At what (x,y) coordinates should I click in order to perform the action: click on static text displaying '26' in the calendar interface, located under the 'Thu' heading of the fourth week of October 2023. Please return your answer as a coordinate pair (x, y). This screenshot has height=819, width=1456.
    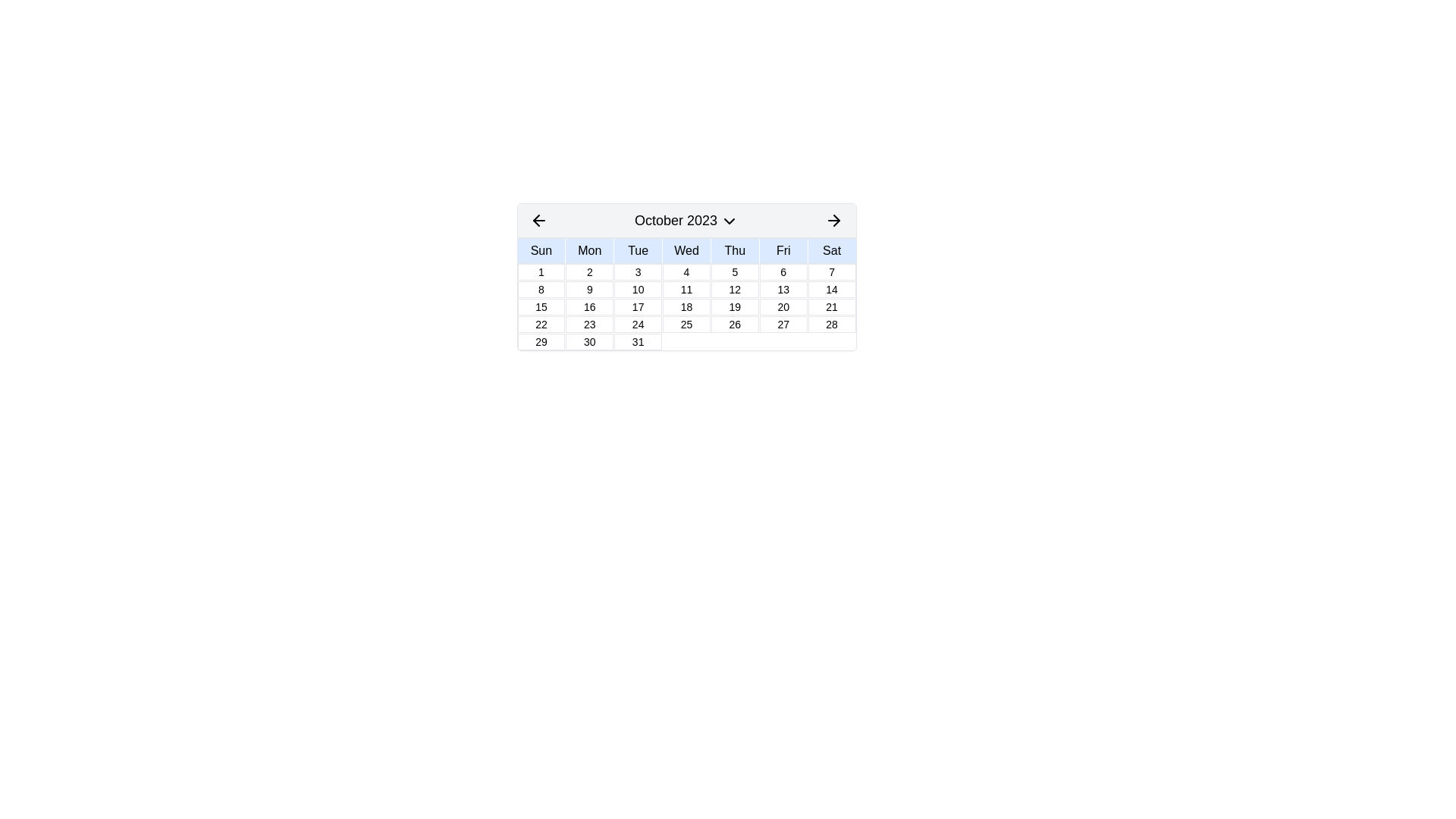
    Looking at the image, I should click on (735, 324).